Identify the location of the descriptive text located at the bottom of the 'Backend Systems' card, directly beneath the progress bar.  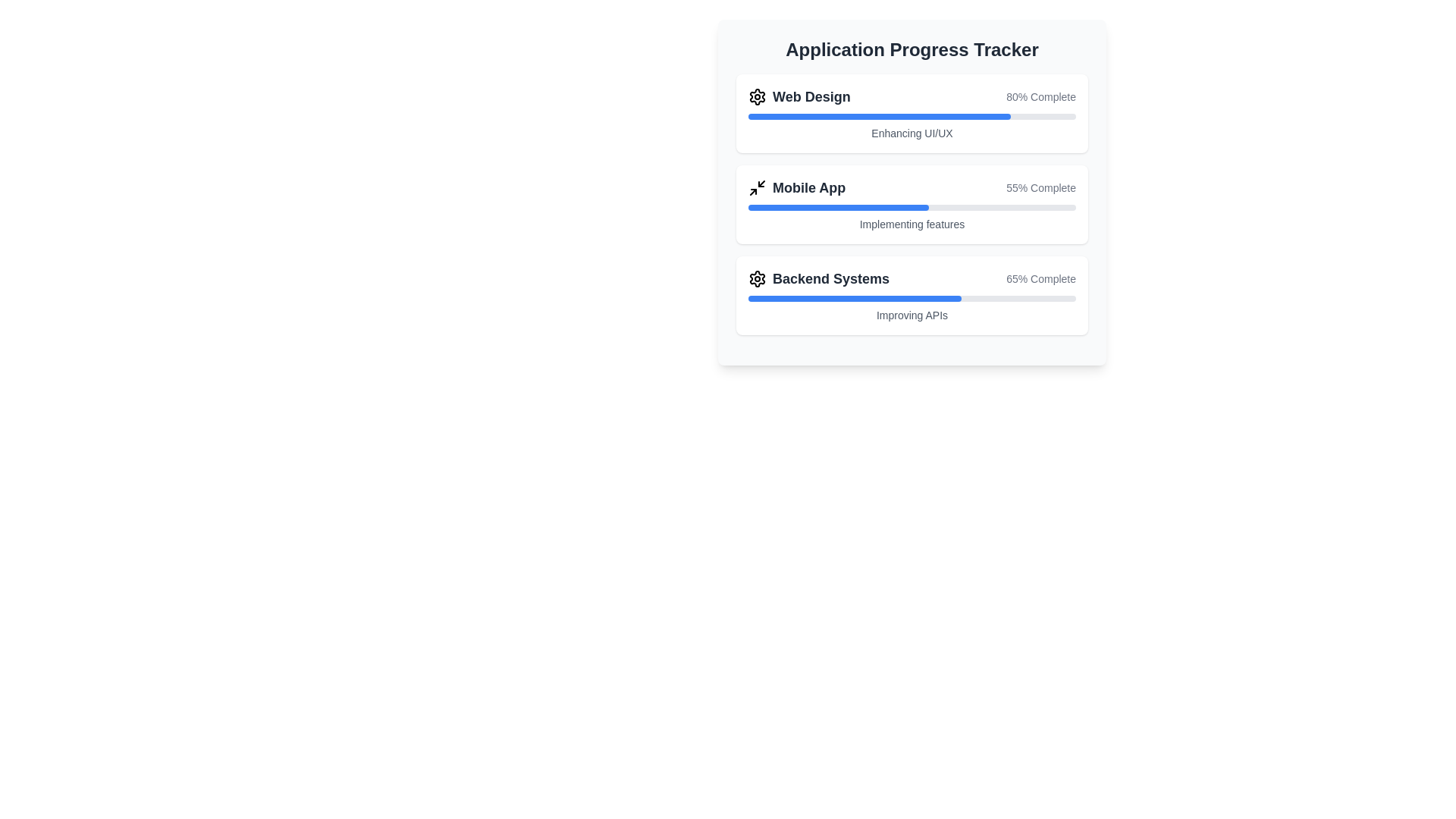
(912, 315).